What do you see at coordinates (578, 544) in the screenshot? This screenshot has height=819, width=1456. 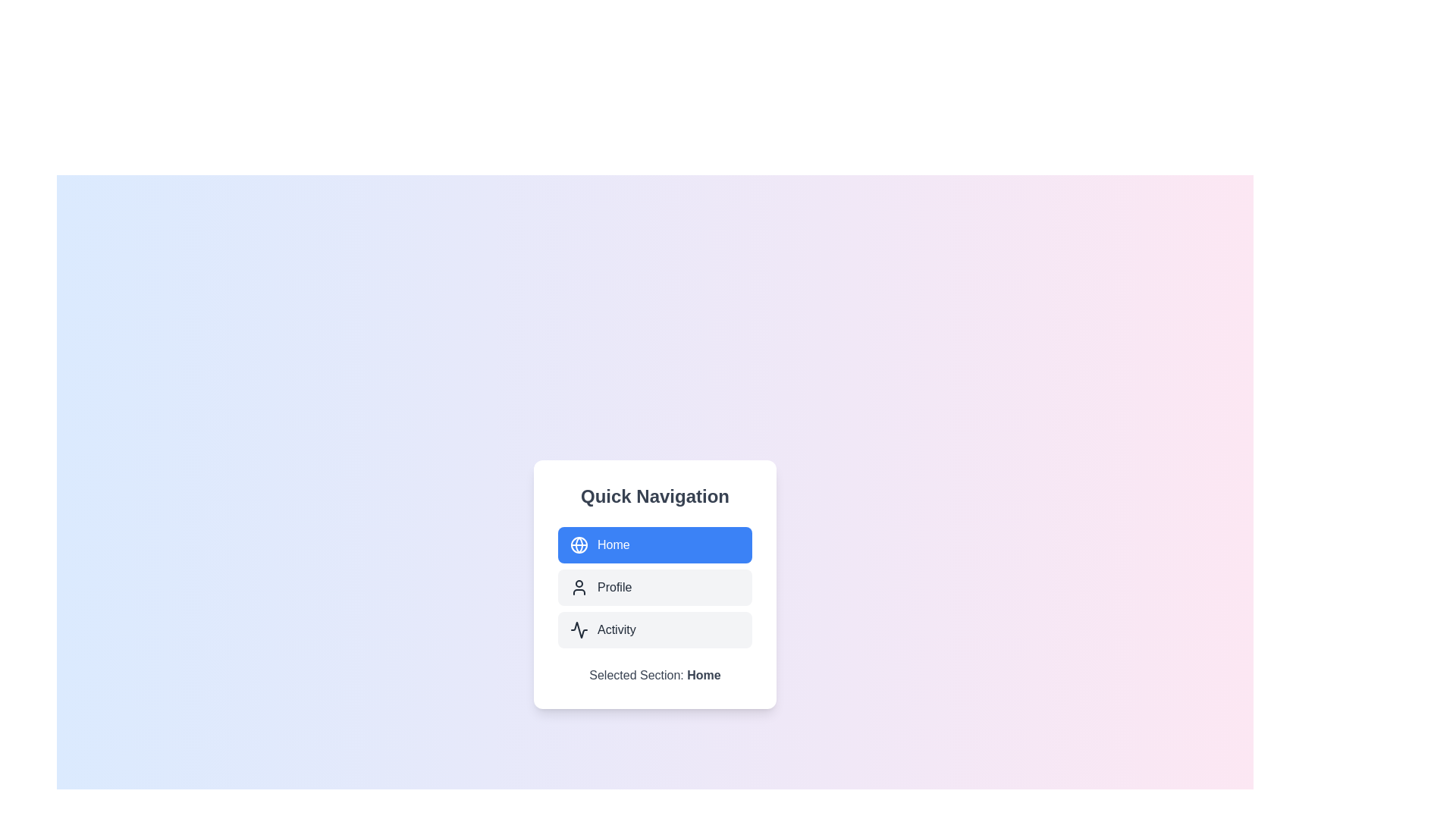 I see `the 'Home' navigation button which contains the Globe icon` at bounding box center [578, 544].